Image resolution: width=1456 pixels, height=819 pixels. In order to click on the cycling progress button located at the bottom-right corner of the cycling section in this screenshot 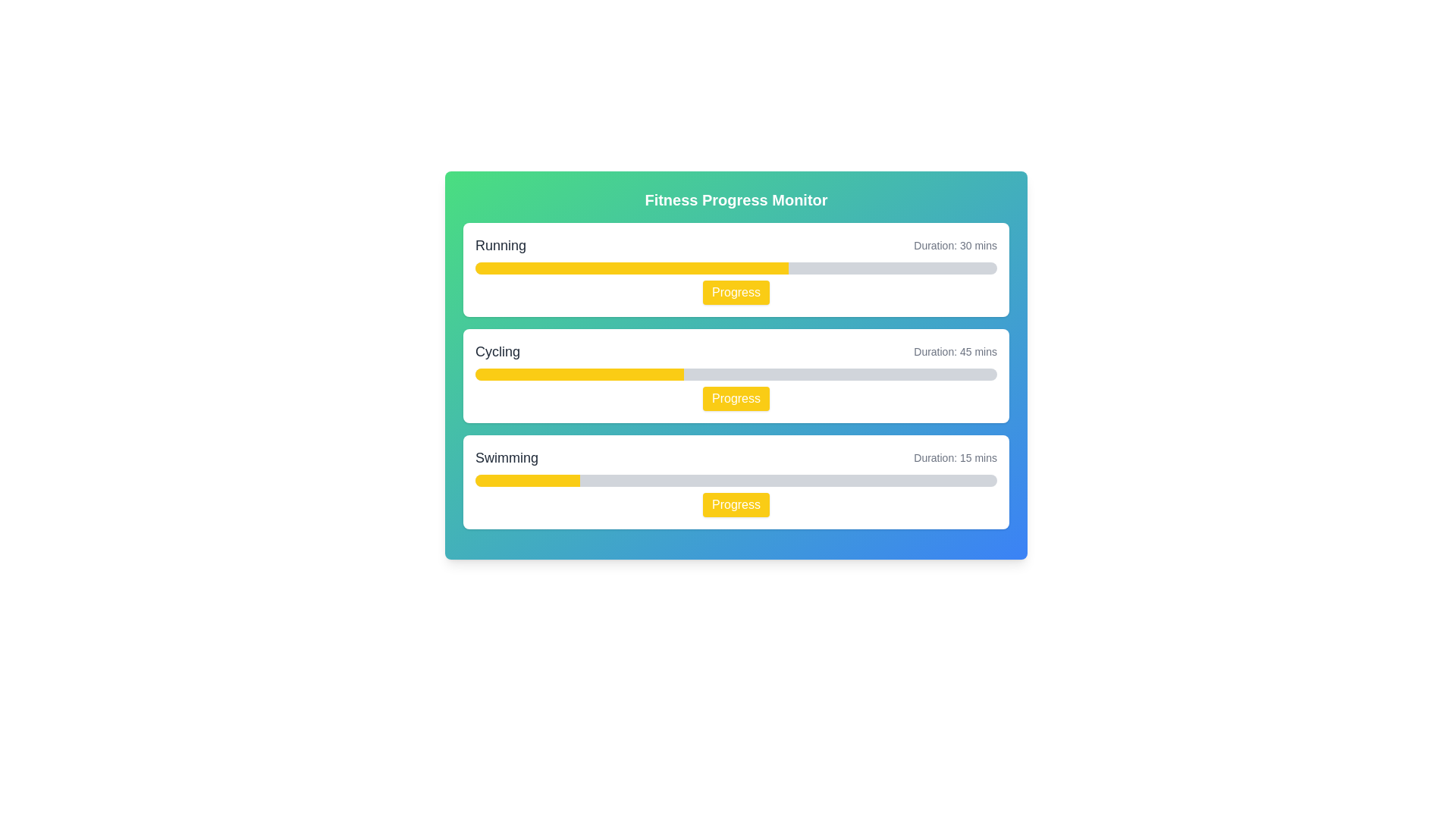, I will do `click(736, 397)`.